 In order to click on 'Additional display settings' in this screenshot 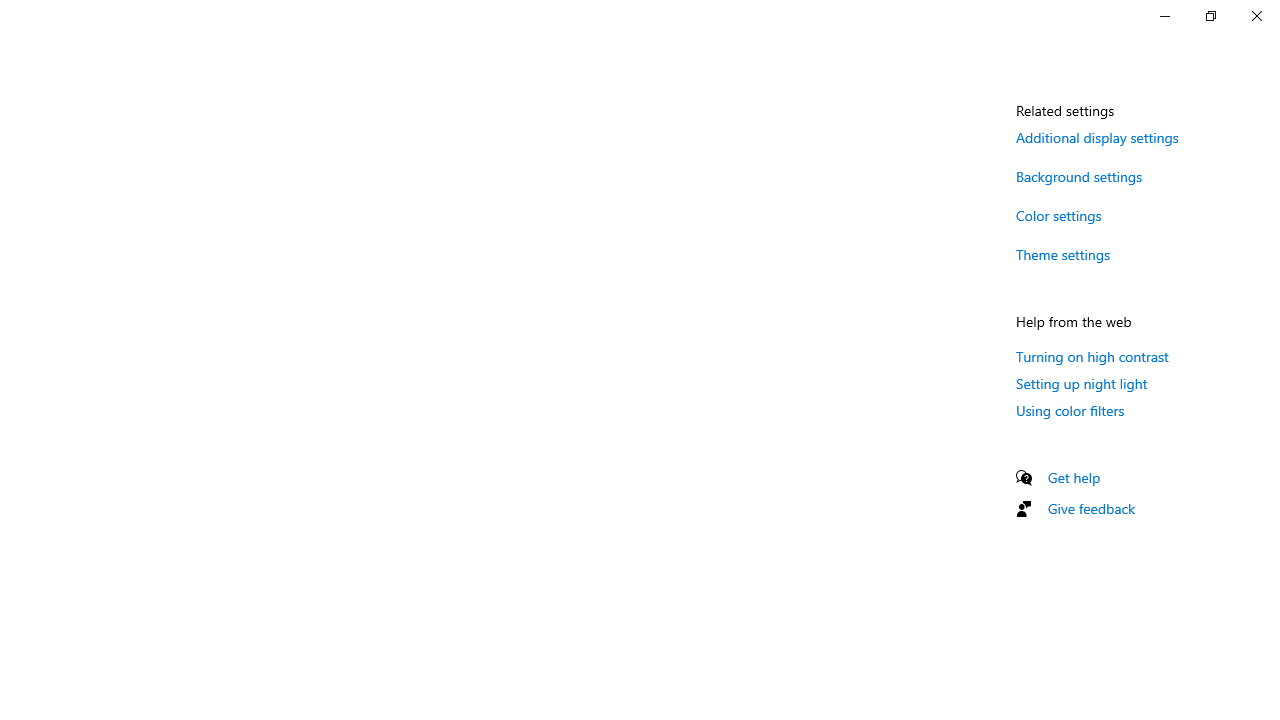, I will do `click(1096, 136)`.